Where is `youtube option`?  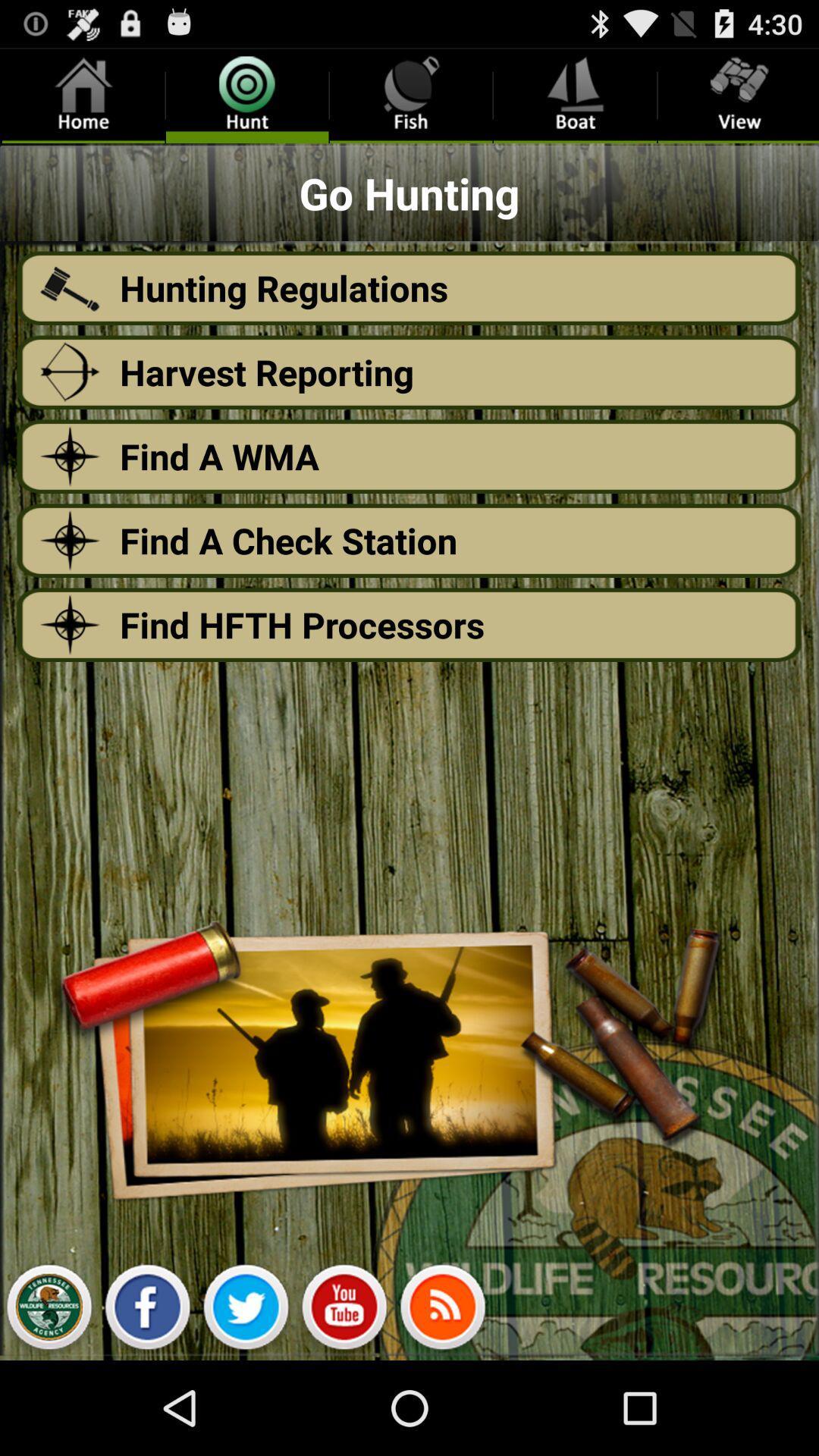 youtube option is located at coordinates (344, 1310).